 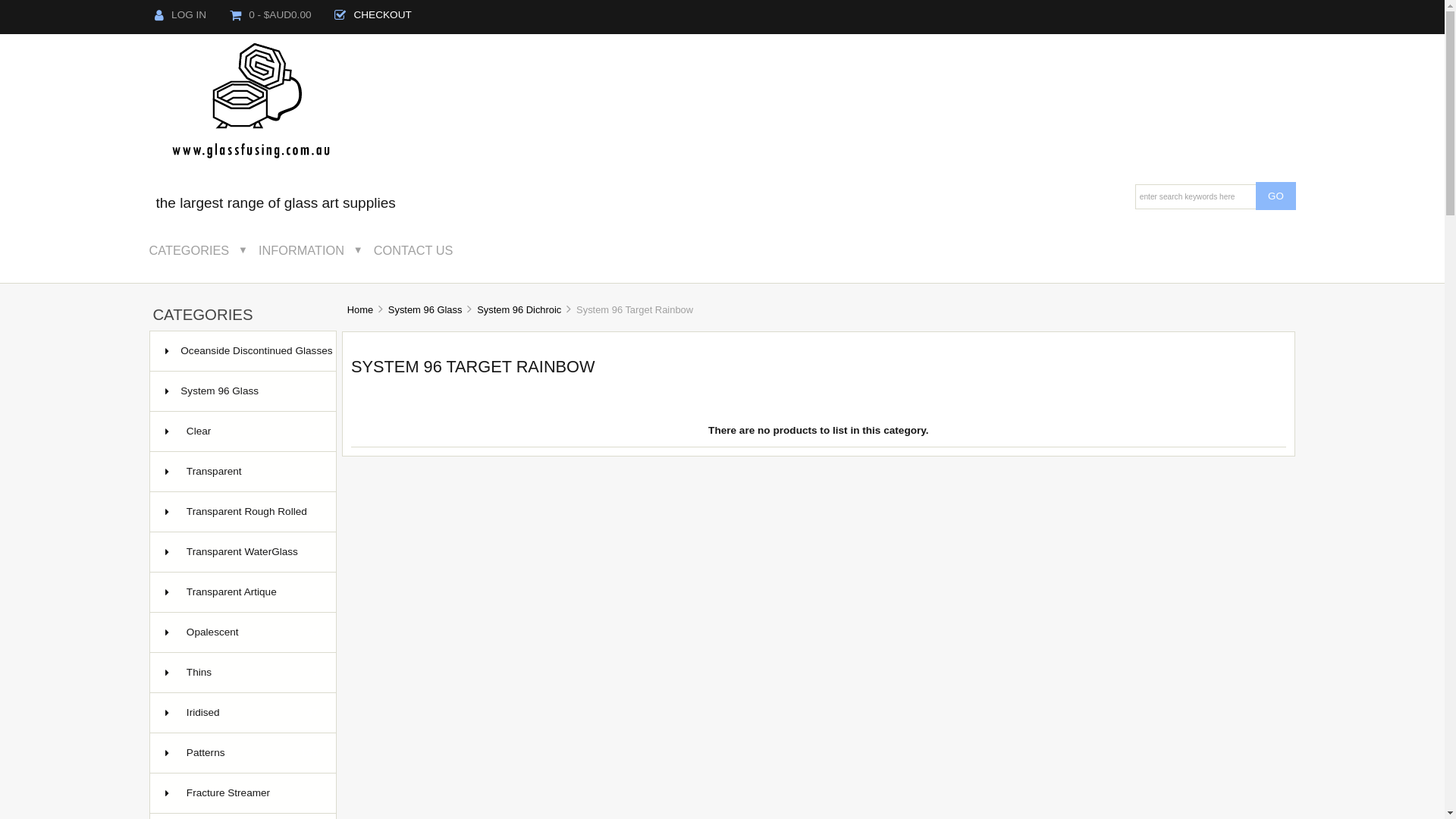 I want to click on 'Home', so click(x=359, y=309).